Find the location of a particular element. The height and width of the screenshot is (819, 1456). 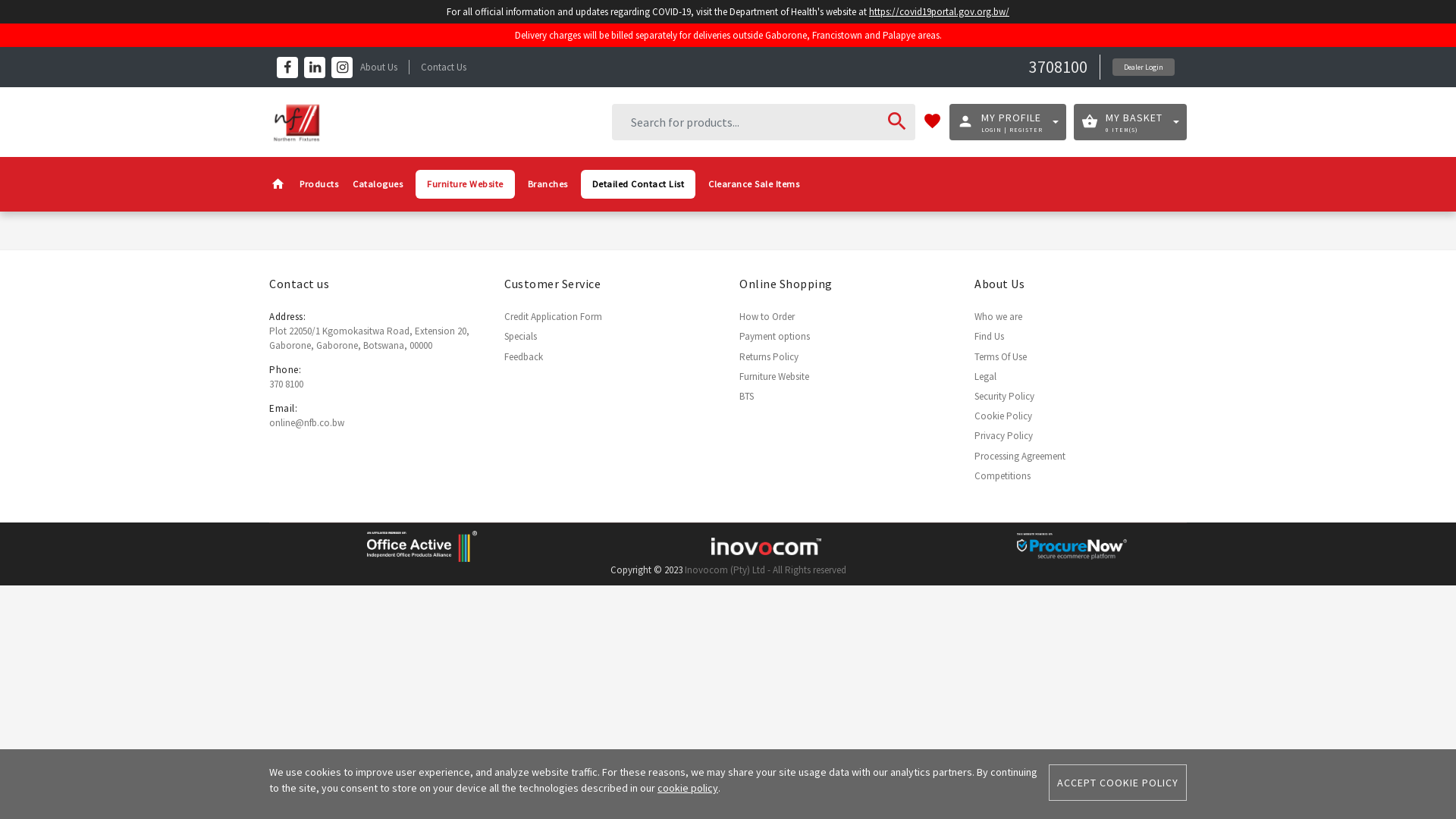

'Competitions' is located at coordinates (1002, 475).